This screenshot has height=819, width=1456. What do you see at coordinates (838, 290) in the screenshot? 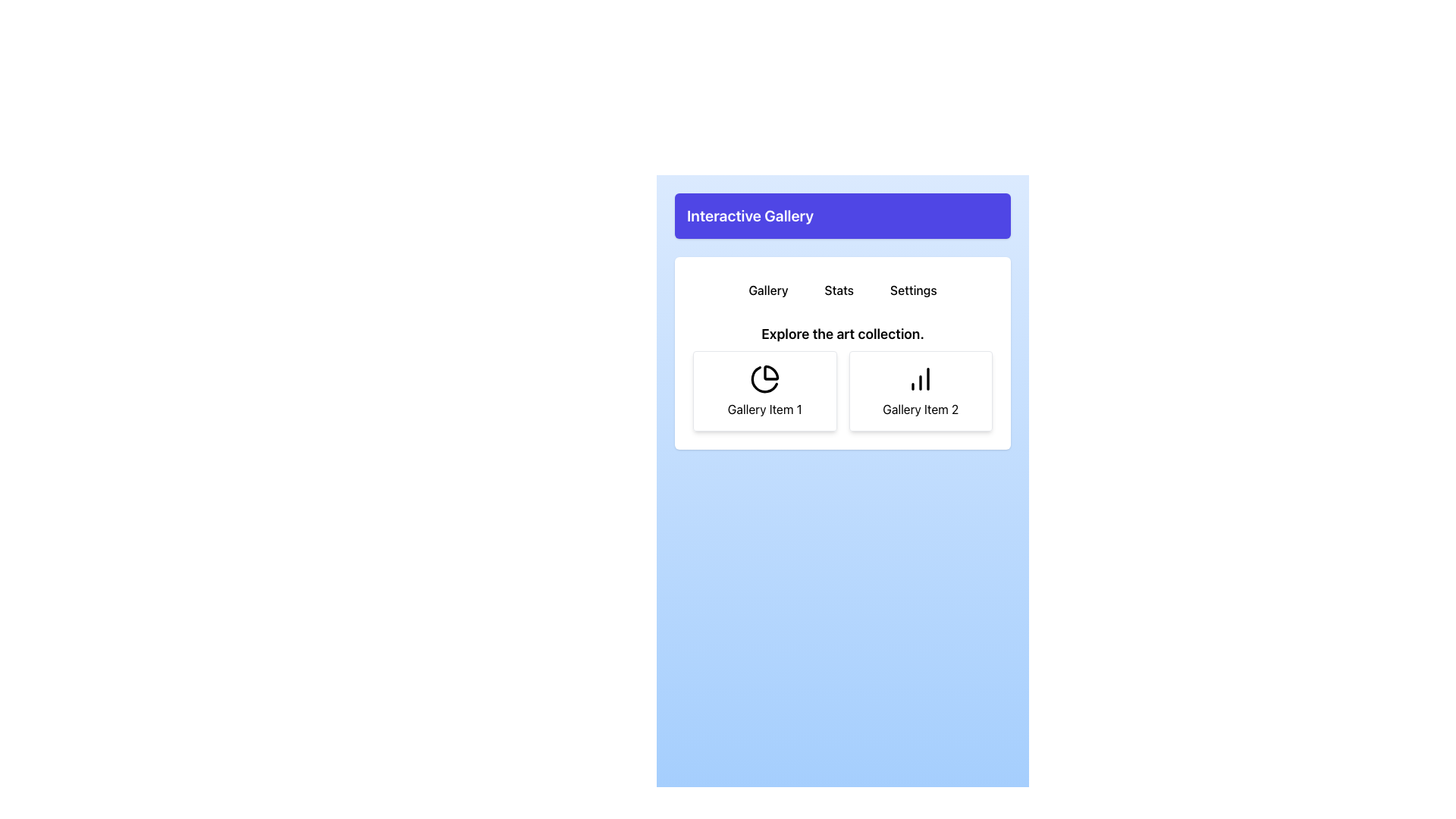
I see `the 'Stats' button which is the second button in a horizontal set of three, located between the 'Gallery' and 'Settings' buttons, to observe its interaction effect` at bounding box center [838, 290].